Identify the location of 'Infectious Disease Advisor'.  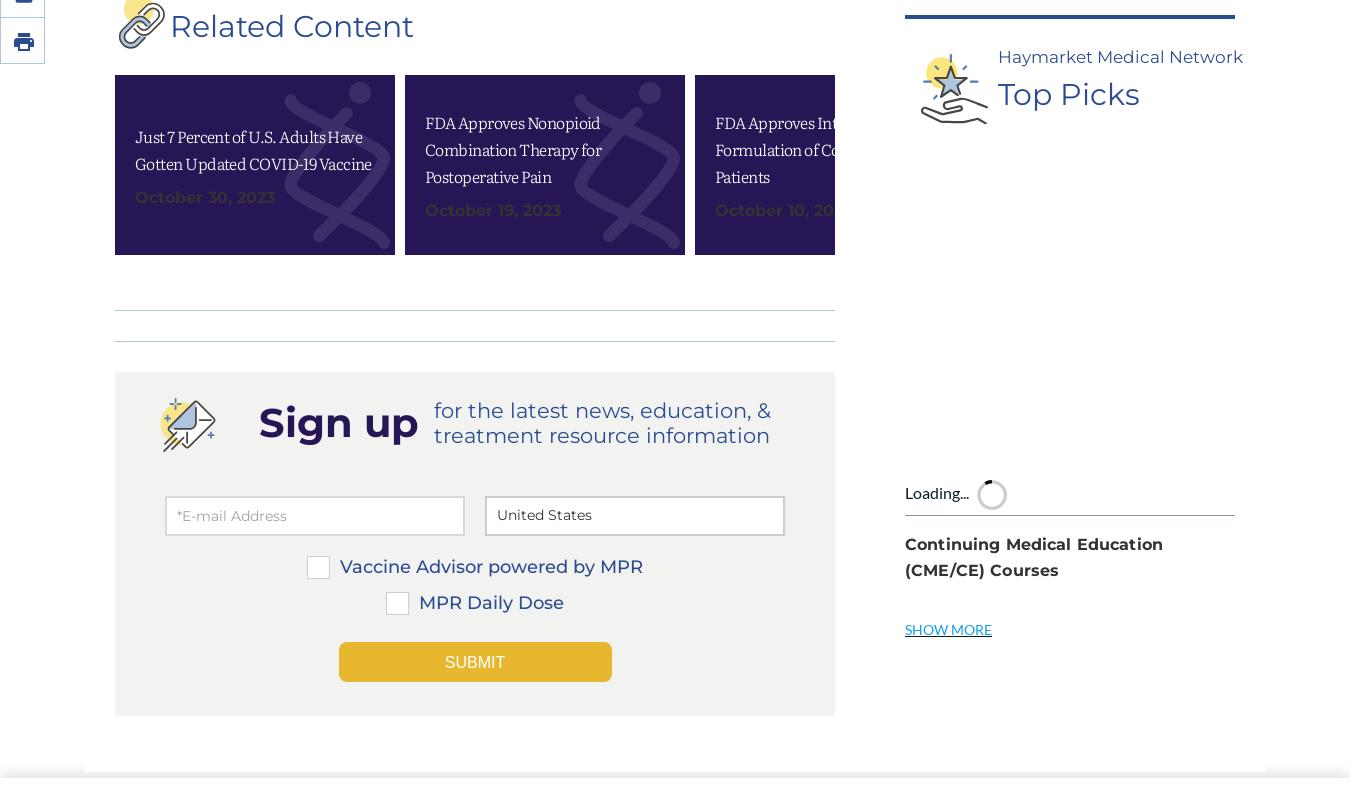
(792, 751).